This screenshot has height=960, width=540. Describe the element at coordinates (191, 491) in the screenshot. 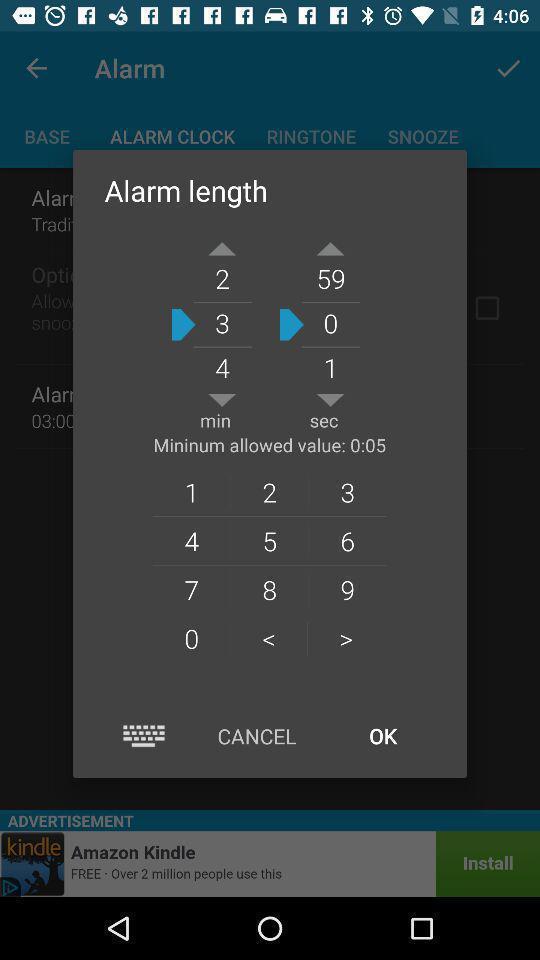

I see `the item below the mininum allowed value` at that location.